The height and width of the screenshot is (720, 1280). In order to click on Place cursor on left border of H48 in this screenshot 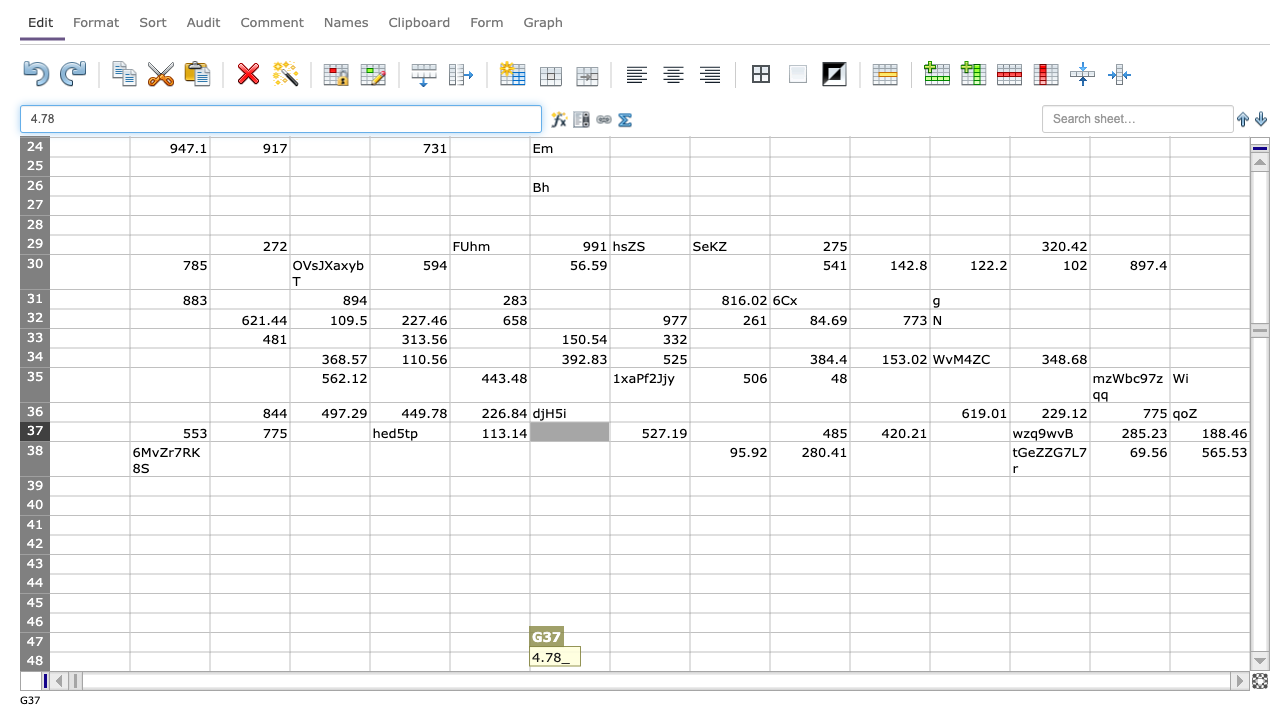, I will do `click(609, 661)`.